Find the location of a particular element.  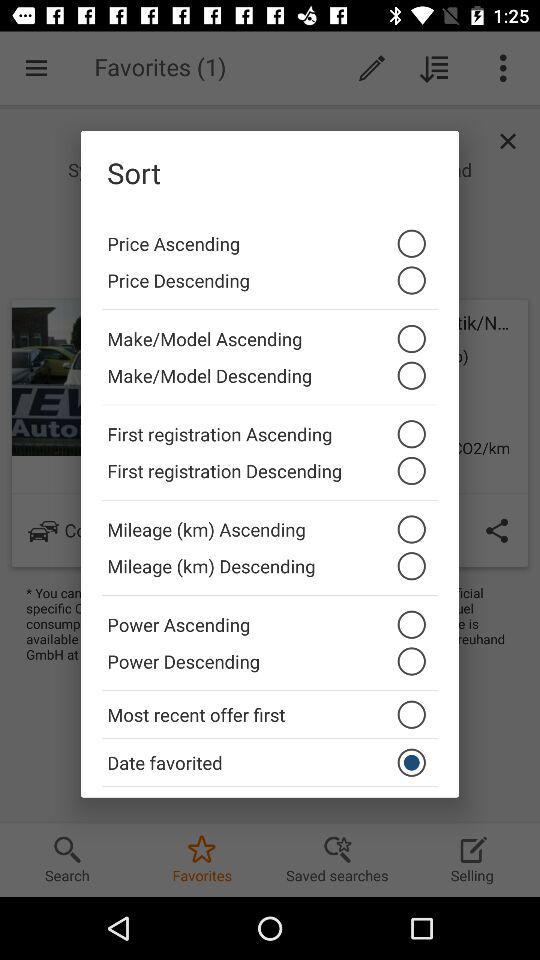

the price descending is located at coordinates (270, 284).